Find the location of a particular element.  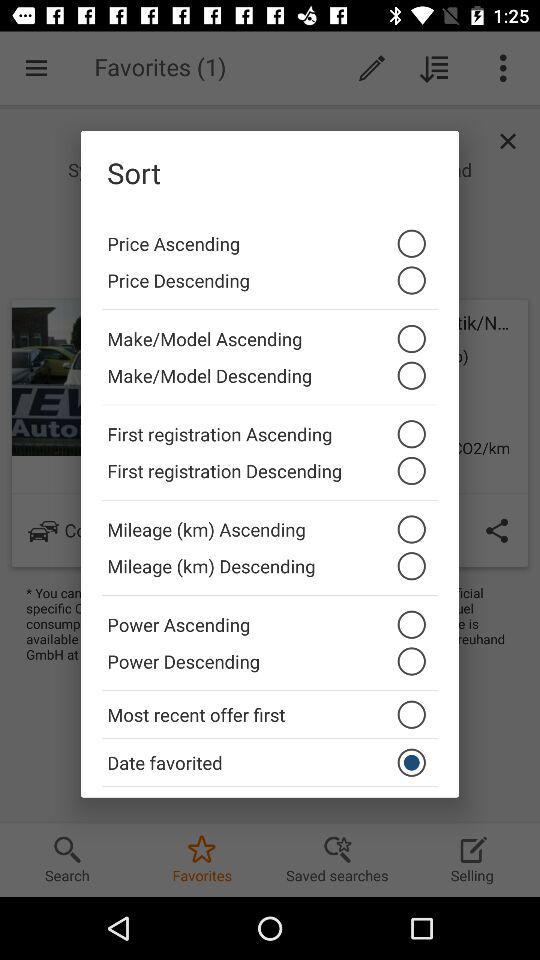

the price descending is located at coordinates (270, 284).